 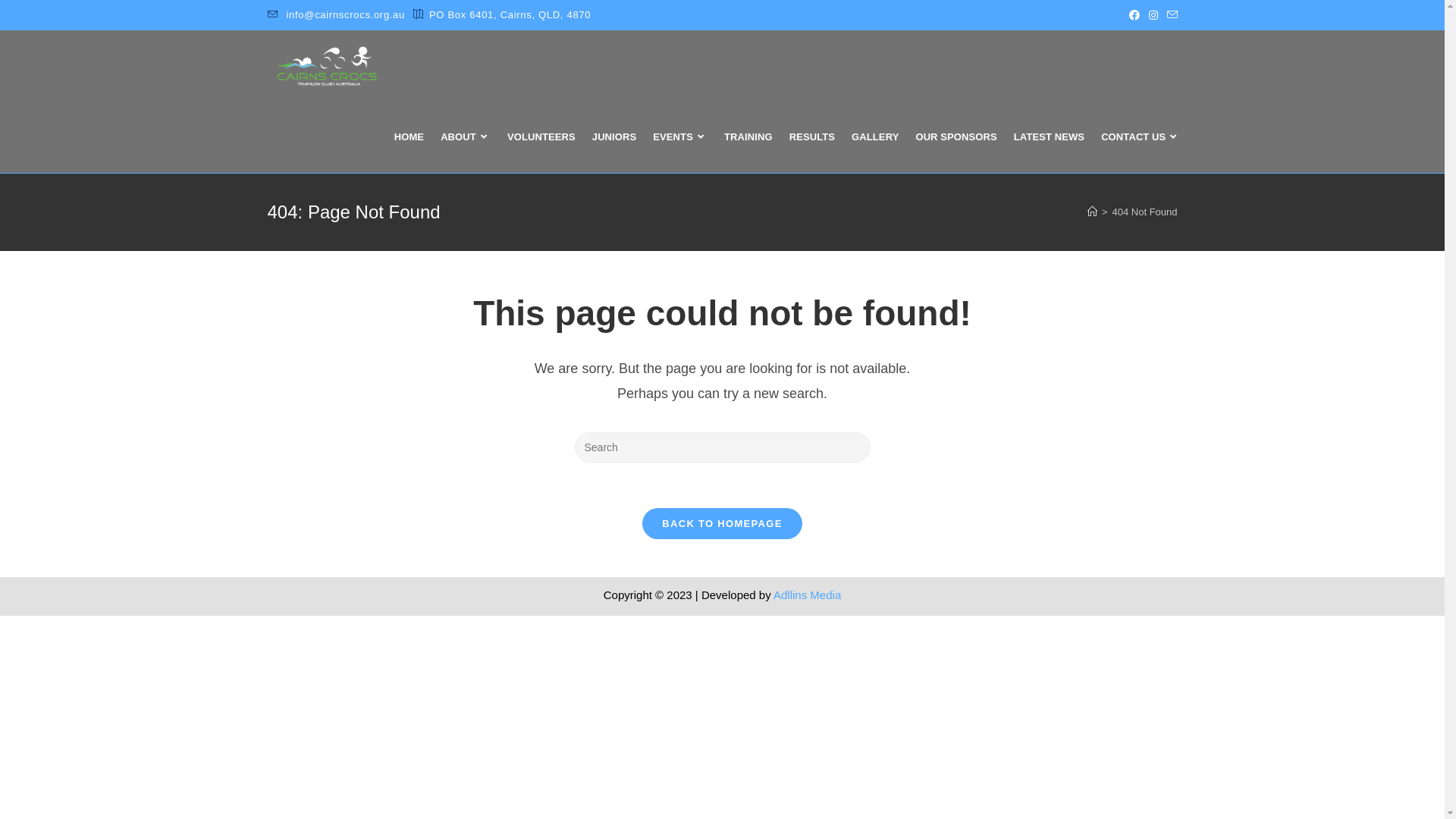 I want to click on 'TRAINING', so click(x=748, y=137).